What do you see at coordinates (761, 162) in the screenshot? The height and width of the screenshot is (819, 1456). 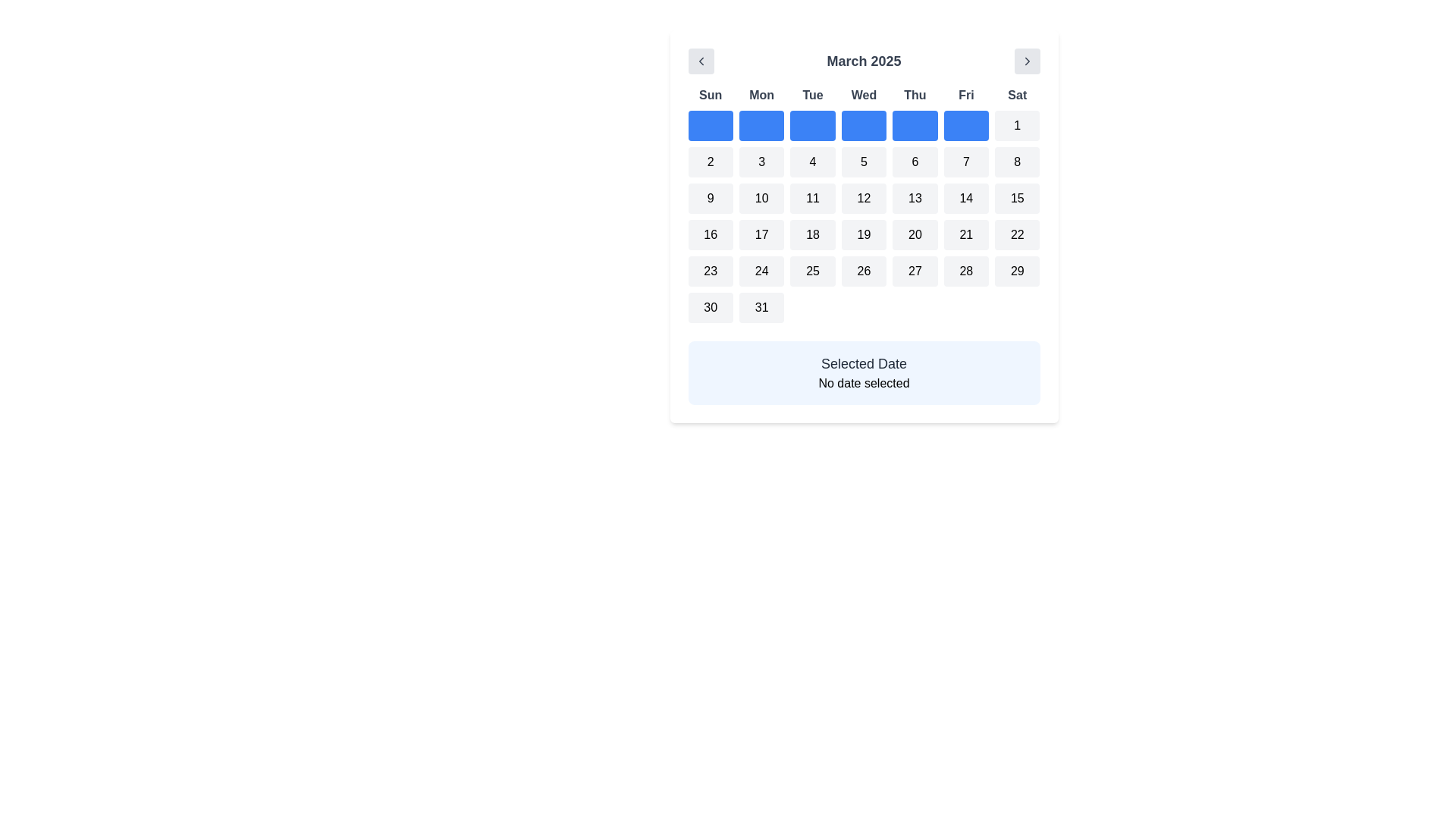 I see `the clickable button representing the third day of March 2025 in the calendar` at bounding box center [761, 162].